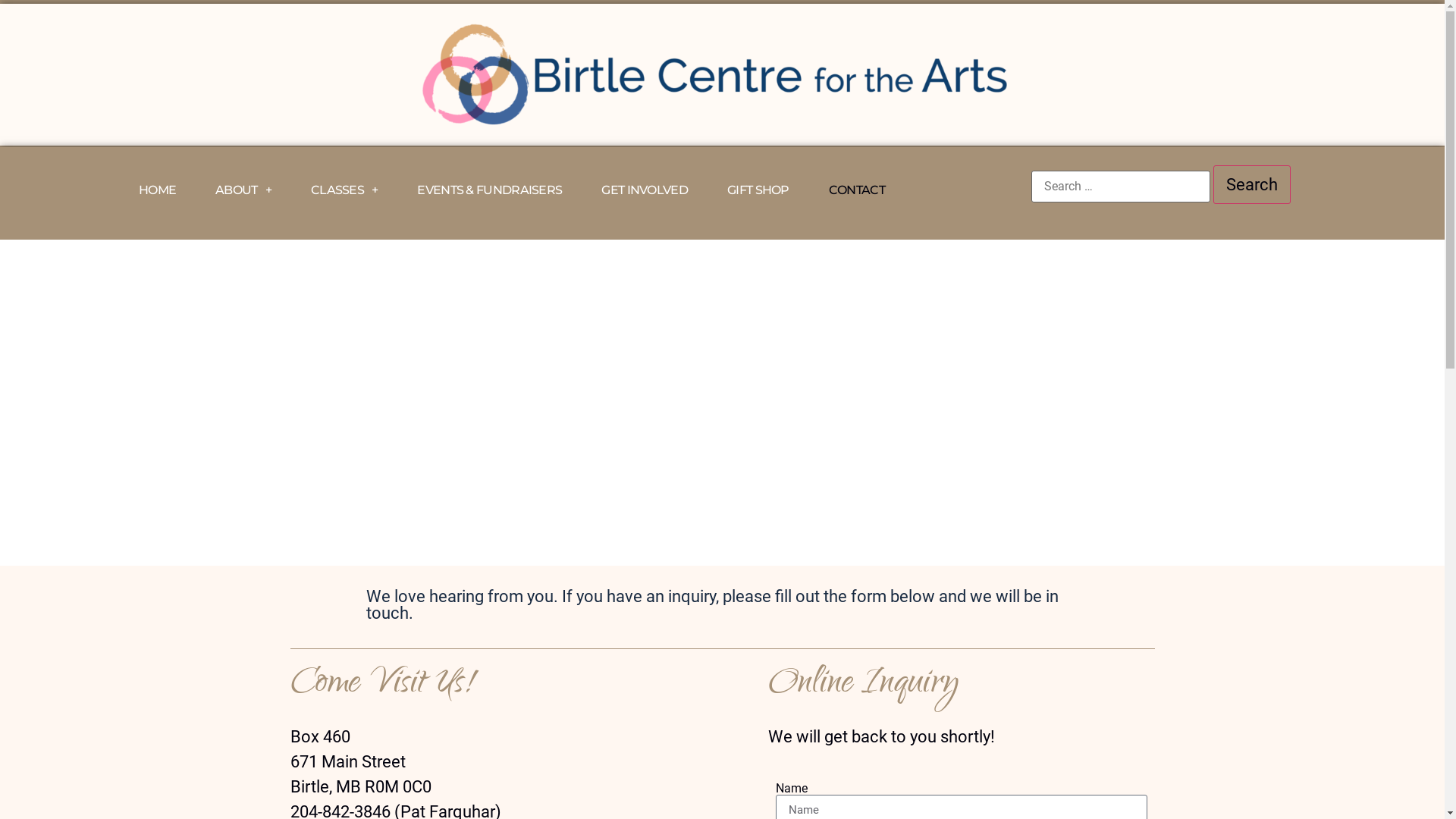 The height and width of the screenshot is (819, 1456). I want to click on 'GIFT SHOP', so click(758, 189).